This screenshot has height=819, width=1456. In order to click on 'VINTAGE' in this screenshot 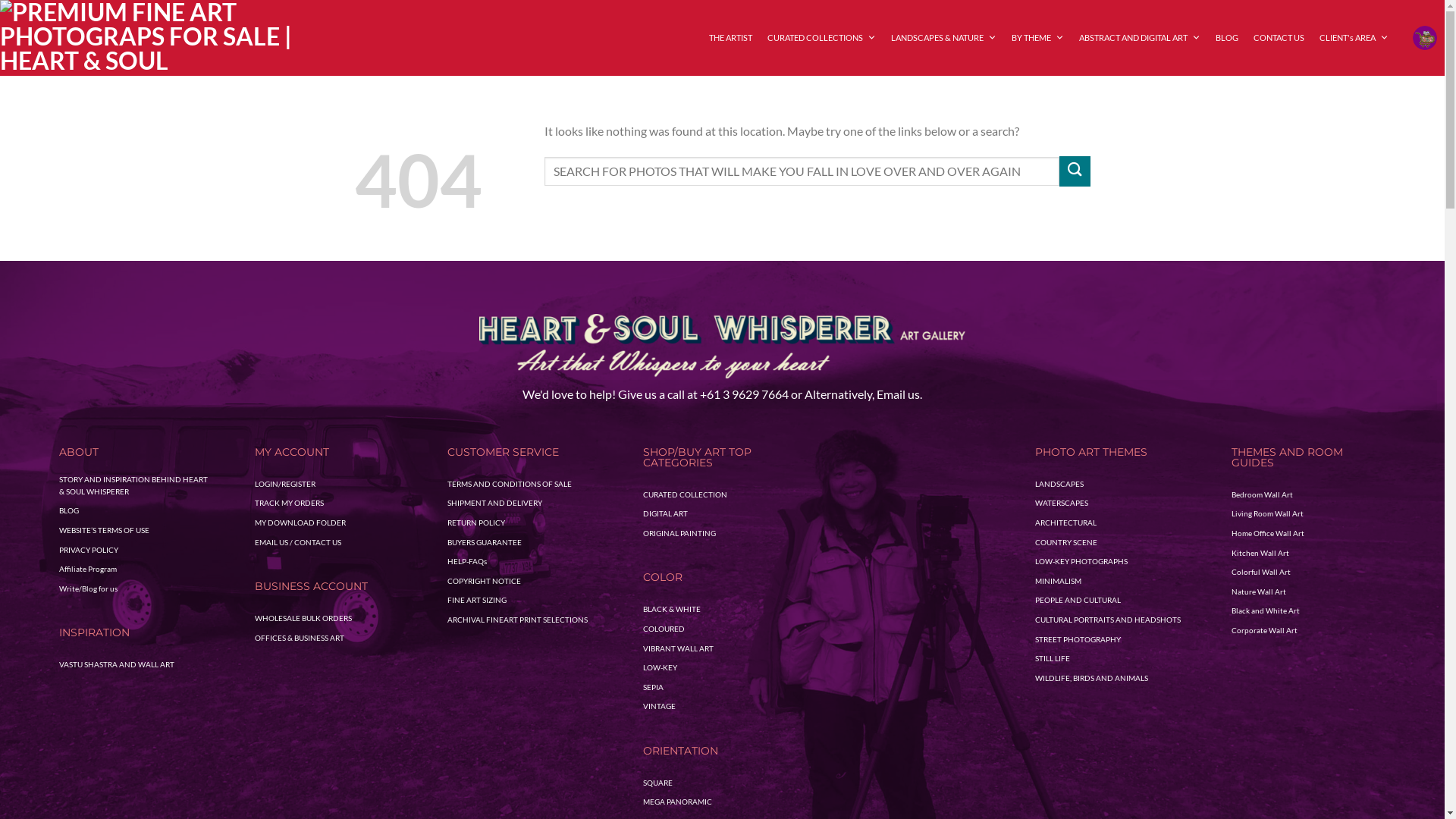, I will do `click(659, 705)`.